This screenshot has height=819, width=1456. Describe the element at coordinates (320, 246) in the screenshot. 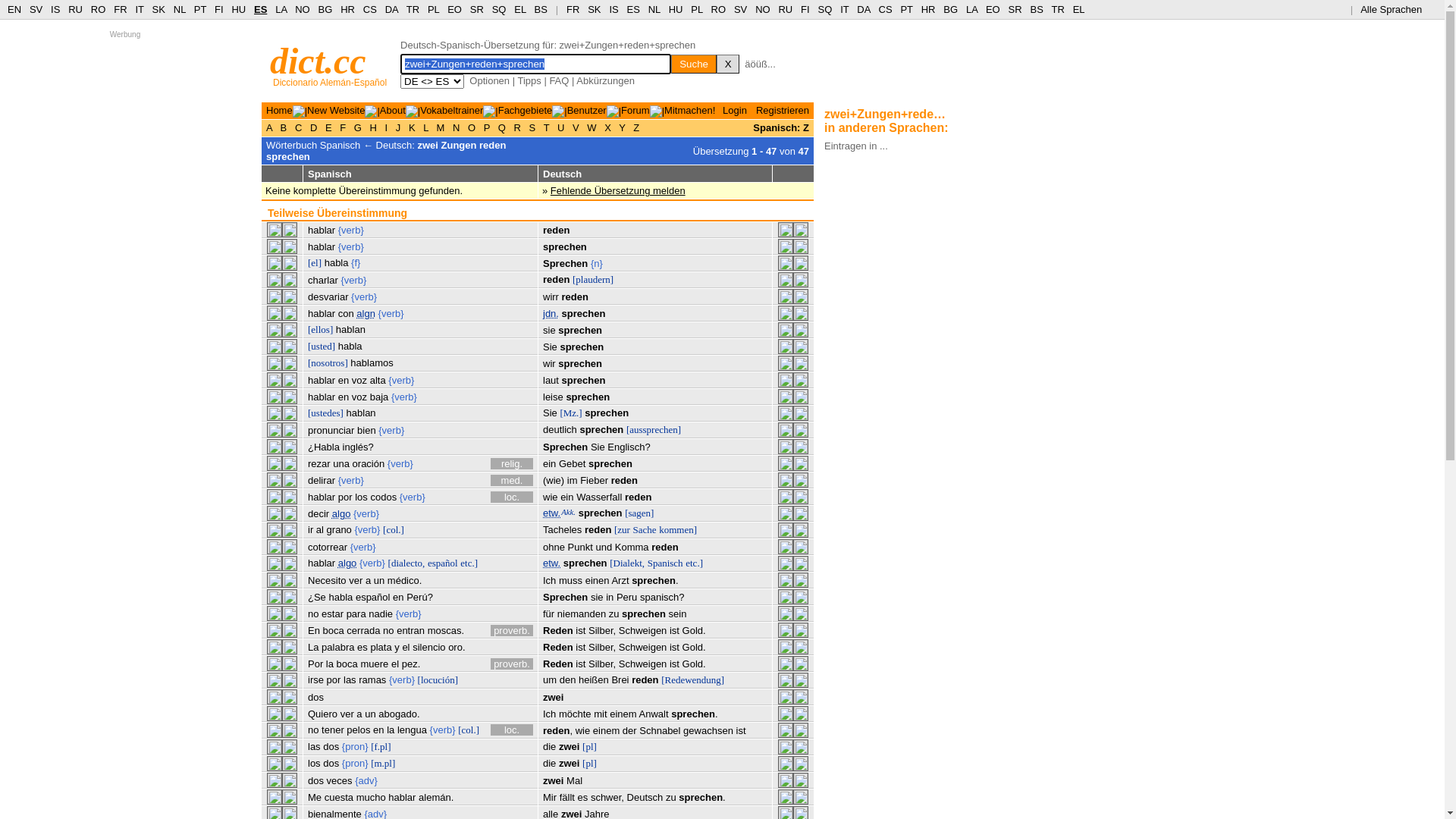

I see `'hablar'` at that location.